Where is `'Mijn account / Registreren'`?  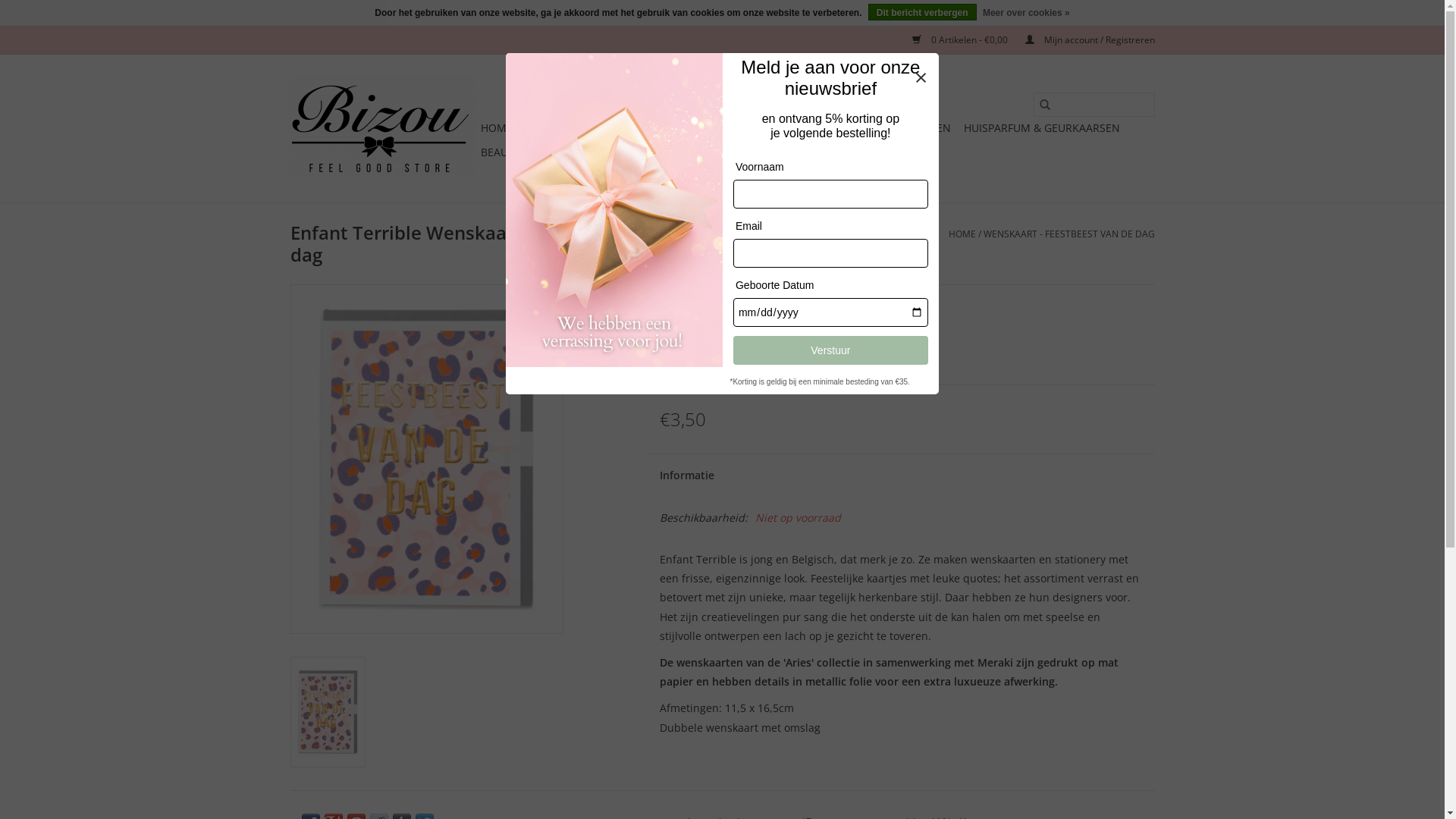 'Mijn account / Registreren' is located at coordinates (1081, 39).